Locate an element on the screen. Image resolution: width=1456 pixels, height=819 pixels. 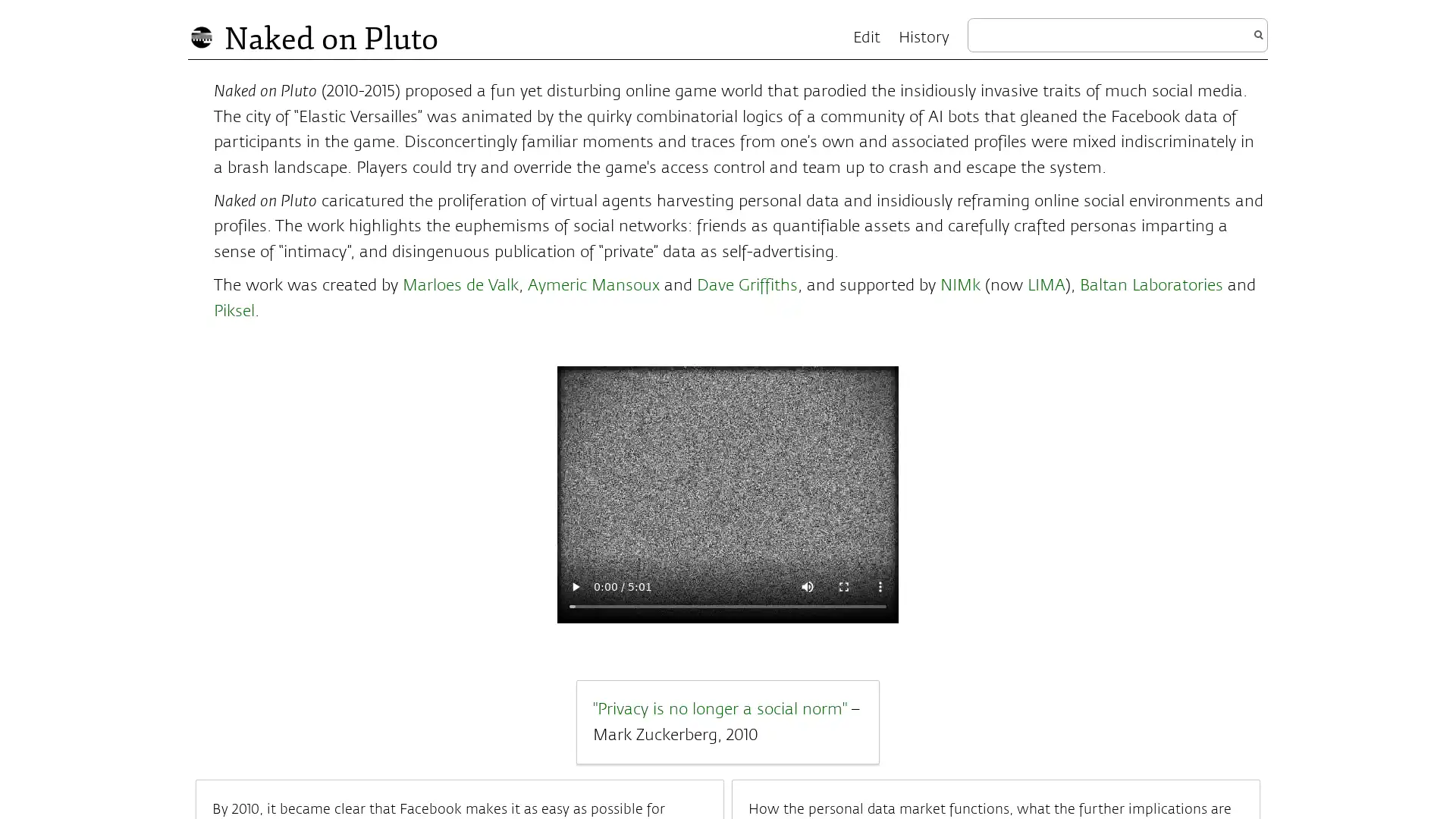
mute is located at coordinates (807, 585).